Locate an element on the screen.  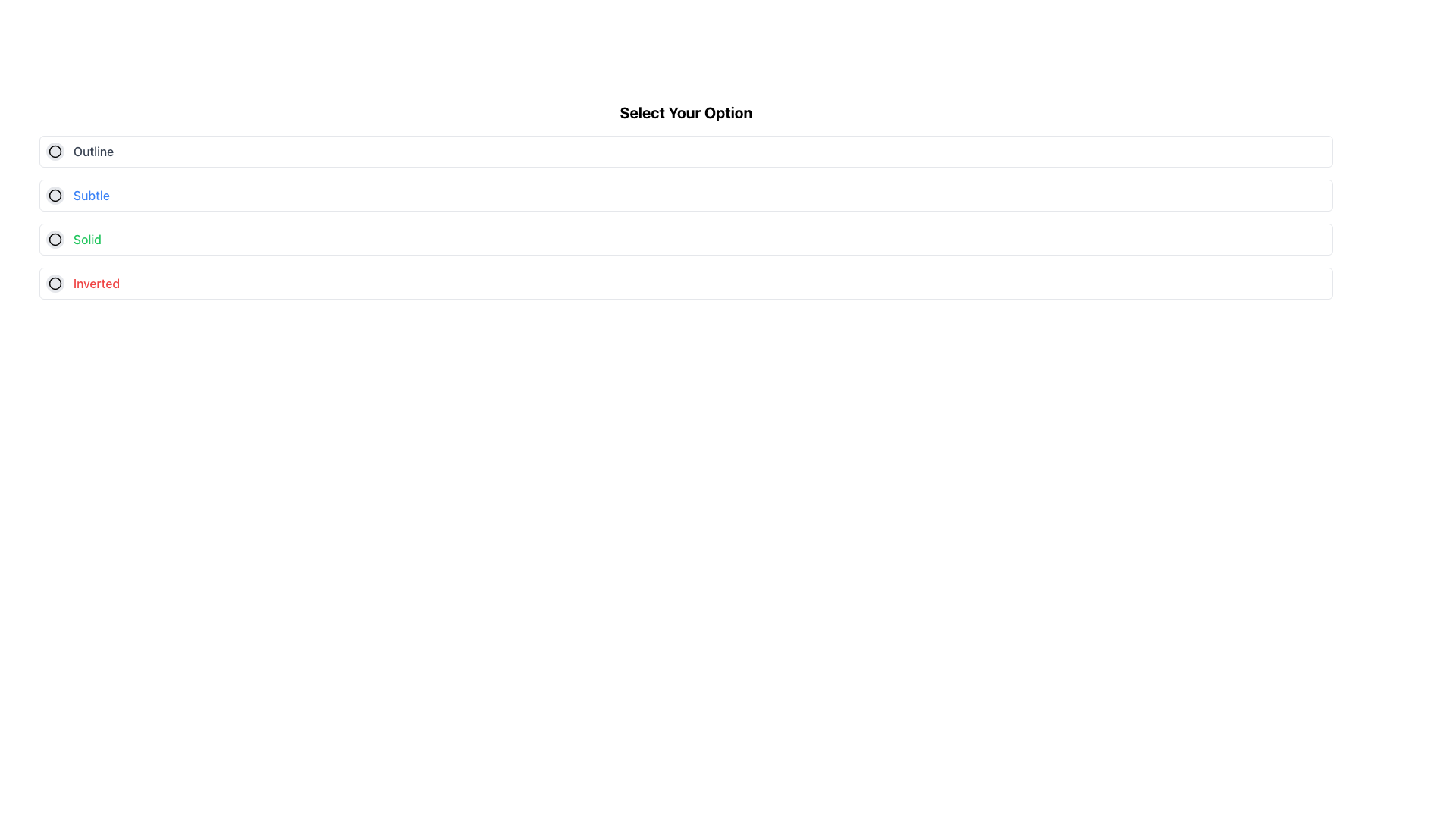
the radio button styled selector located in the 'Solid' option row, which has a small circular icon with a black border and a gray background, to trigger the tooltip or interaction is located at coordinates (55, 239).